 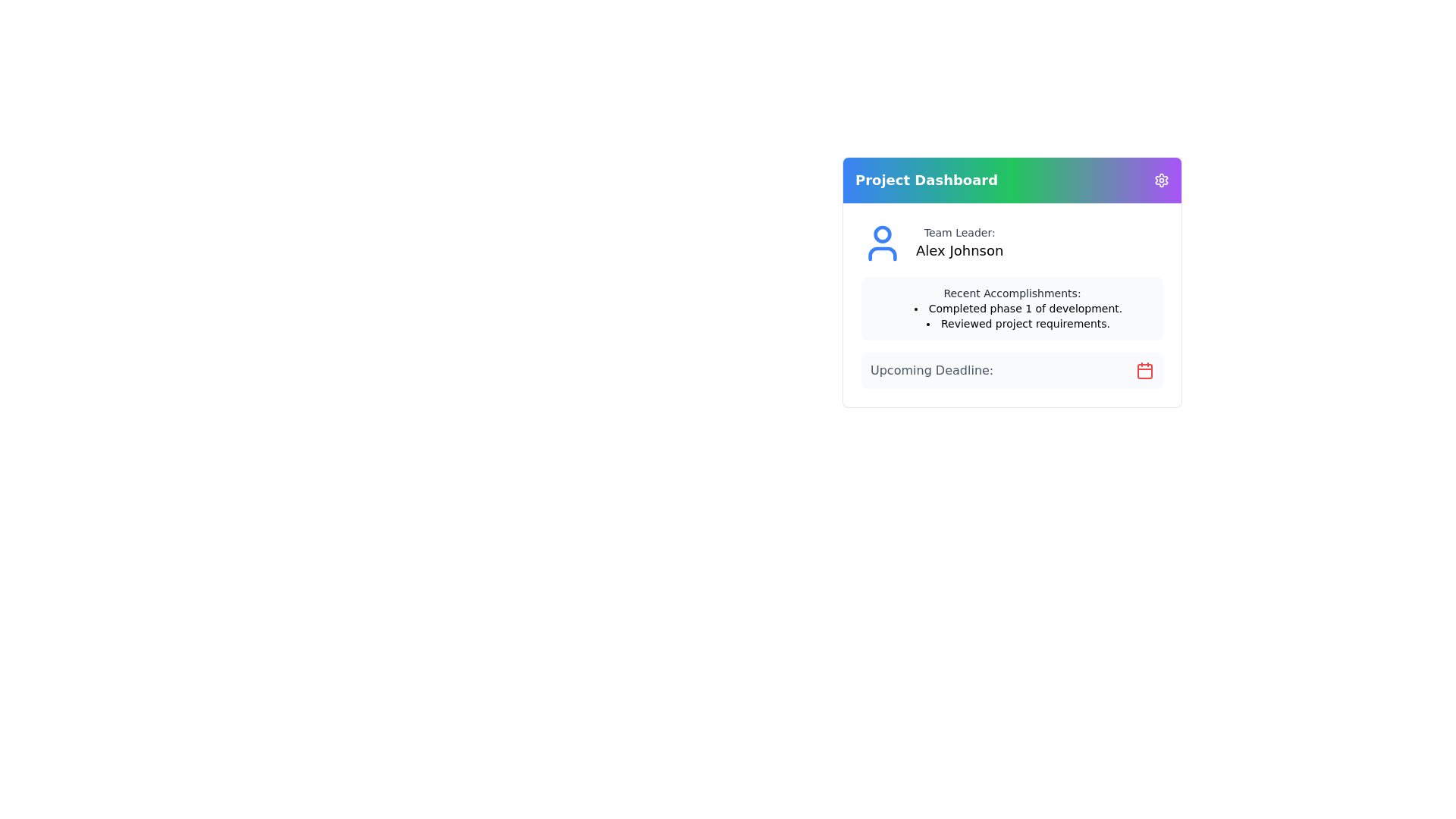 I want to click on the gear-shaped icon representing settings located at the top-right corner of the 'Project Dashboard' card, so click(x=1160, y=180).